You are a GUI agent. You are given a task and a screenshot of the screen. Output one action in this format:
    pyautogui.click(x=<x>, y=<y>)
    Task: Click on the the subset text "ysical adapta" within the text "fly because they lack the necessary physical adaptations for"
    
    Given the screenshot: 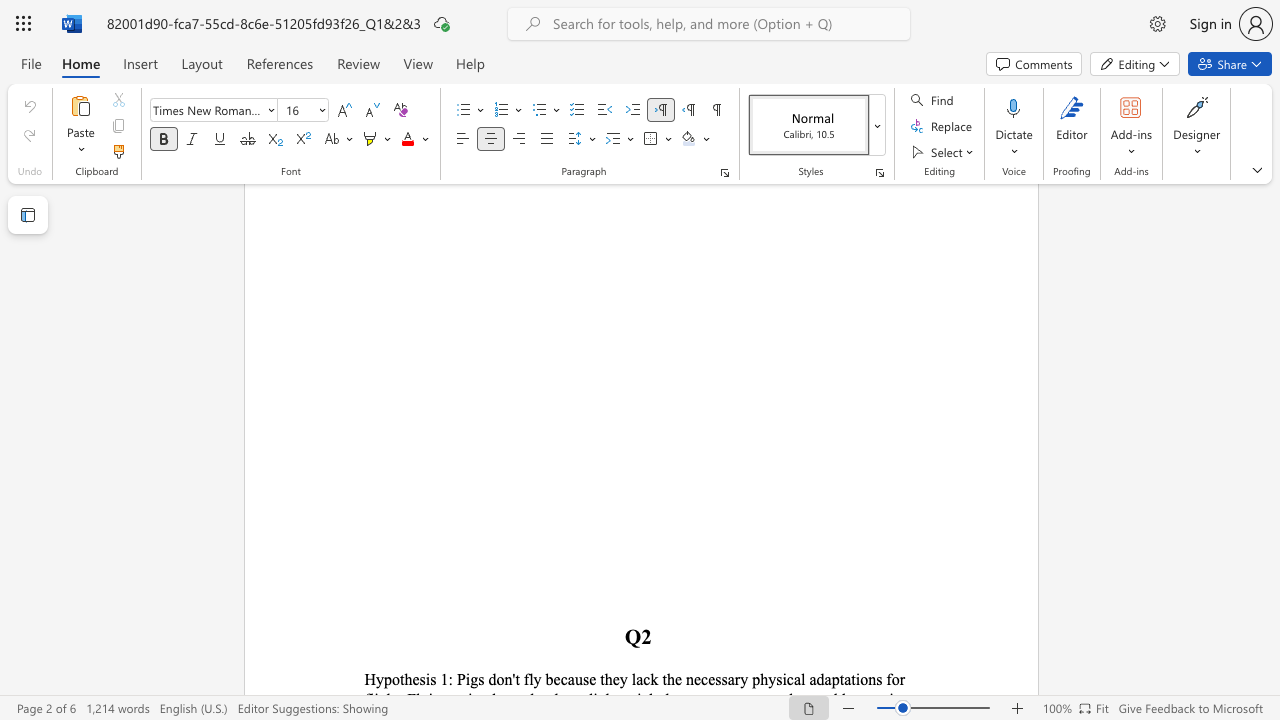 What is the action you would take?
    pyautogui.click(x=767, y=678)
    